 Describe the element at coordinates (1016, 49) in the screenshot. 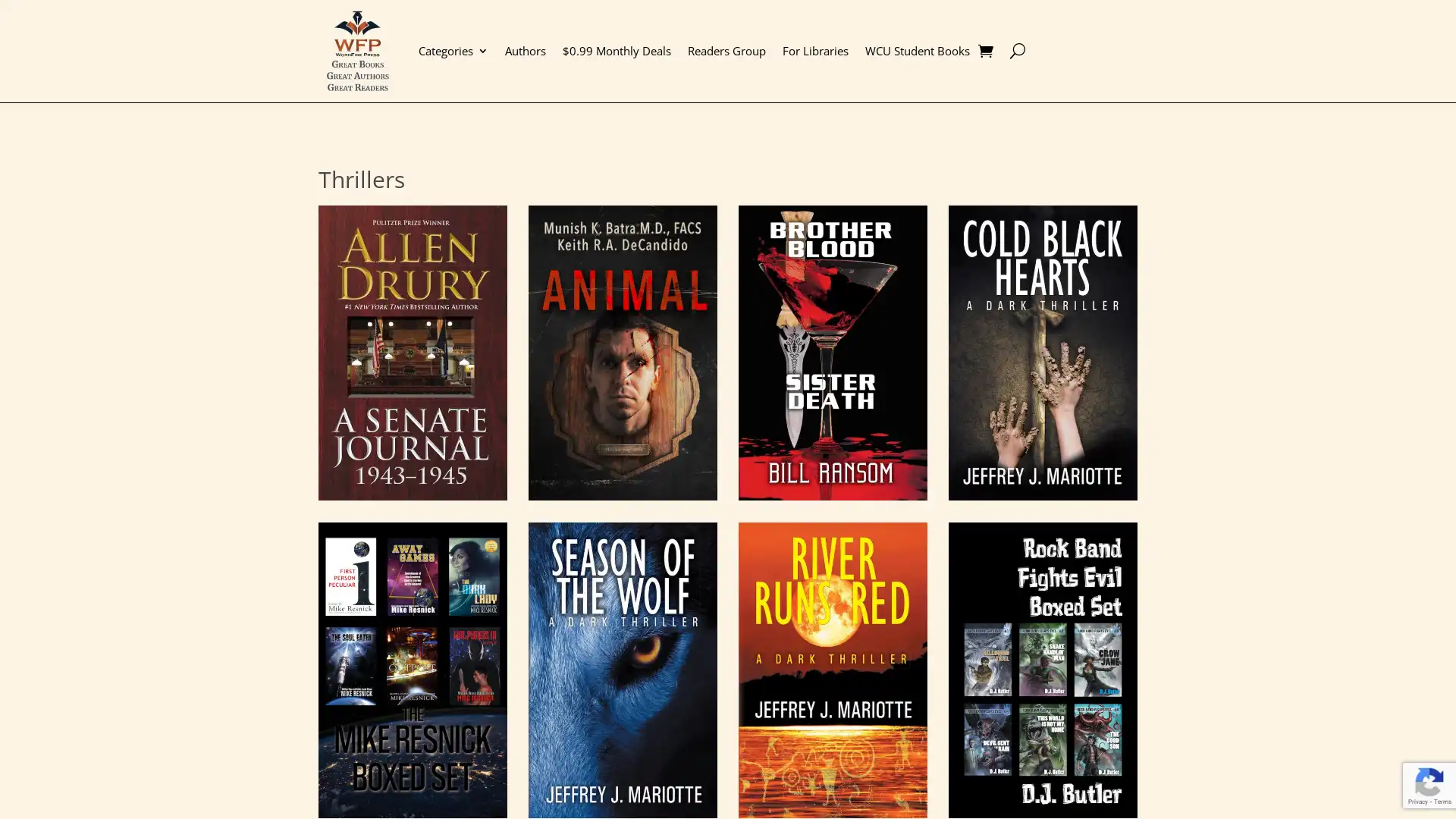

I see `U` at that location.